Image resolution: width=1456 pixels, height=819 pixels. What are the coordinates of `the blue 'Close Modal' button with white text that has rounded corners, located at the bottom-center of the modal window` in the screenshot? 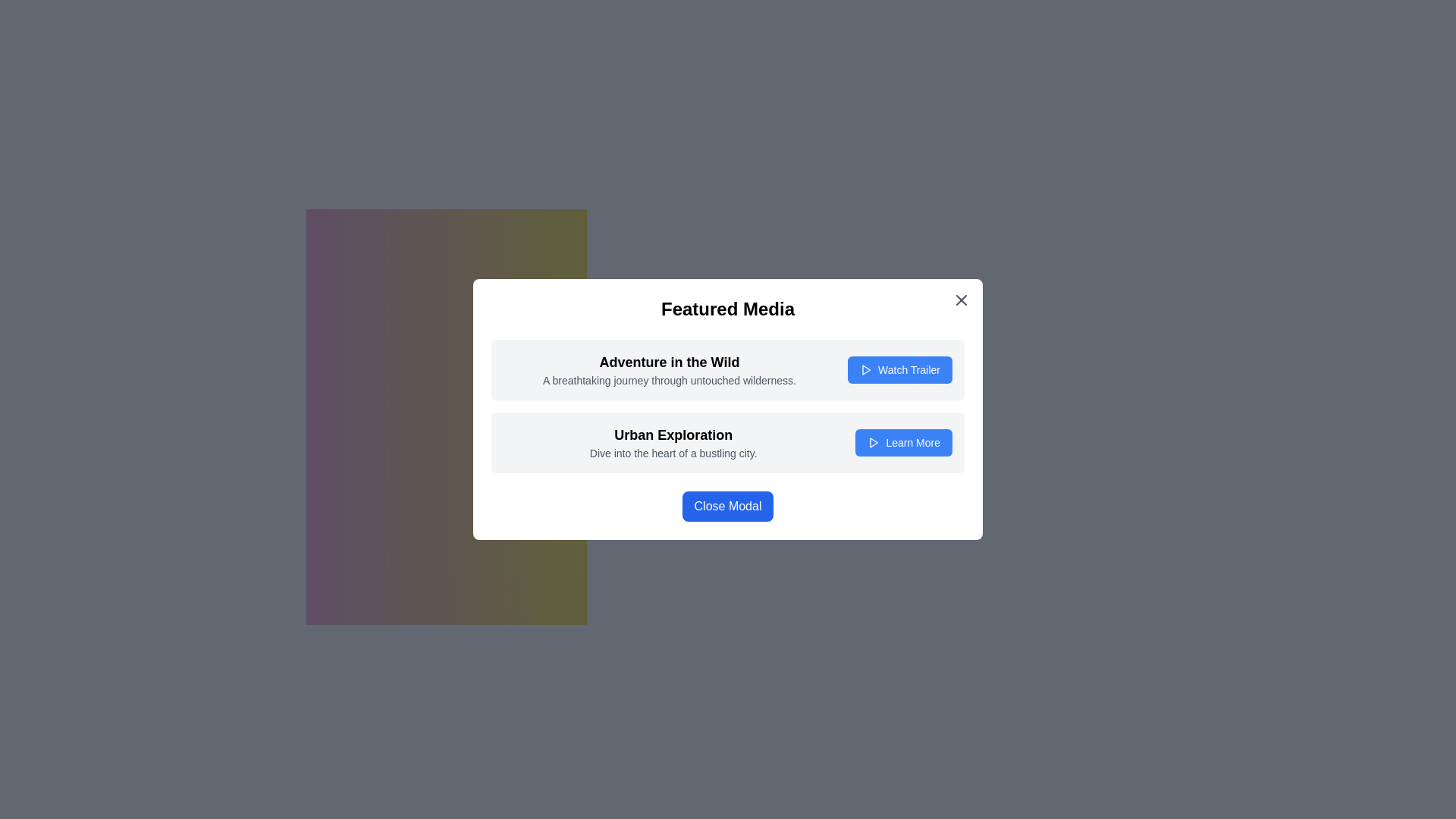 It's located at (728, 506).